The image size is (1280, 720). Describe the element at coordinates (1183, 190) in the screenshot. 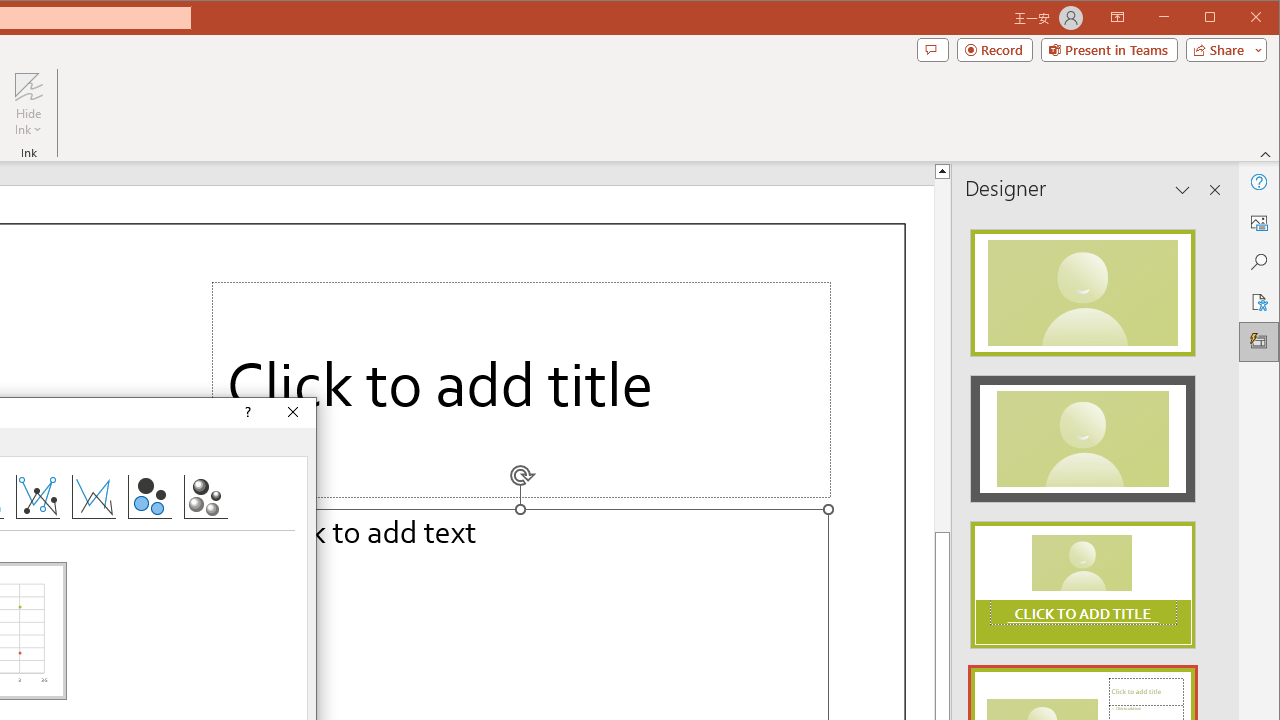

I see `'Task Pane Options'` at that location.